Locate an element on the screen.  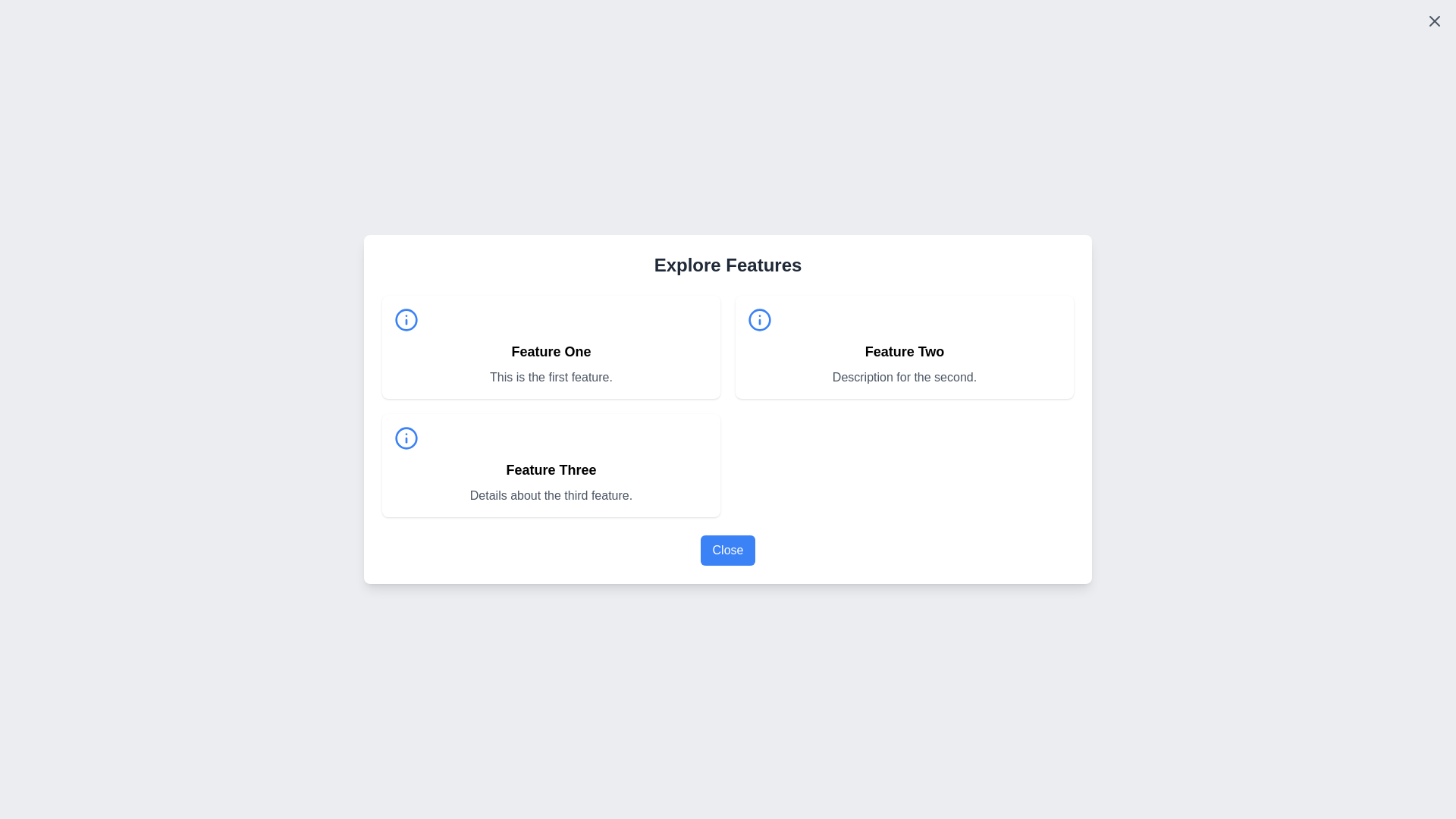
the Informational card element featuring 'Feature Three' with a blue icon and a white background, located in the bottom-left area of the grid layout is located at coordinates (550, 464).